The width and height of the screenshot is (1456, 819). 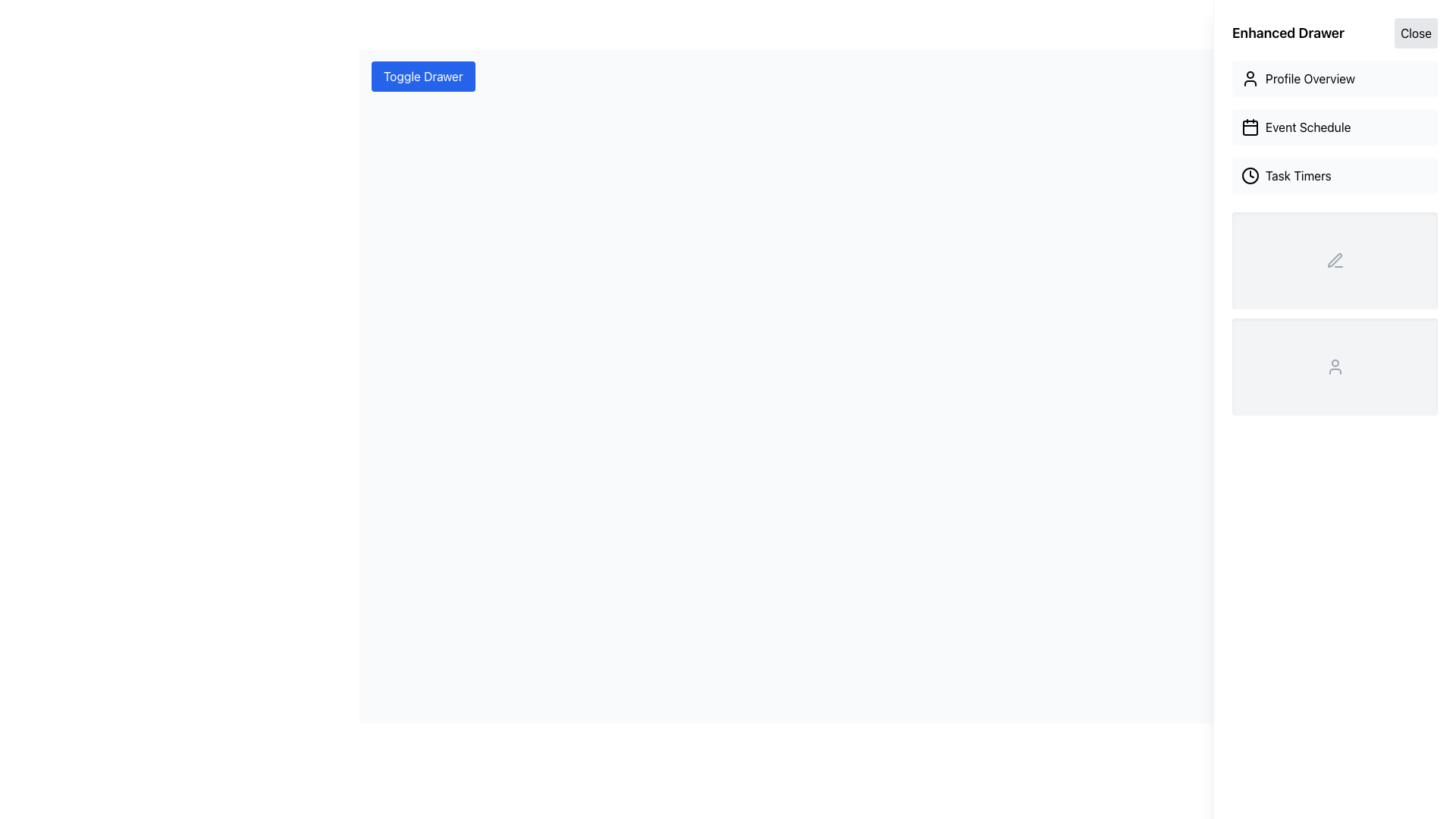 I want to click on the navigation button for 'Profile Overview' located at the top of the sidebar, so click(x=1335, y=79).